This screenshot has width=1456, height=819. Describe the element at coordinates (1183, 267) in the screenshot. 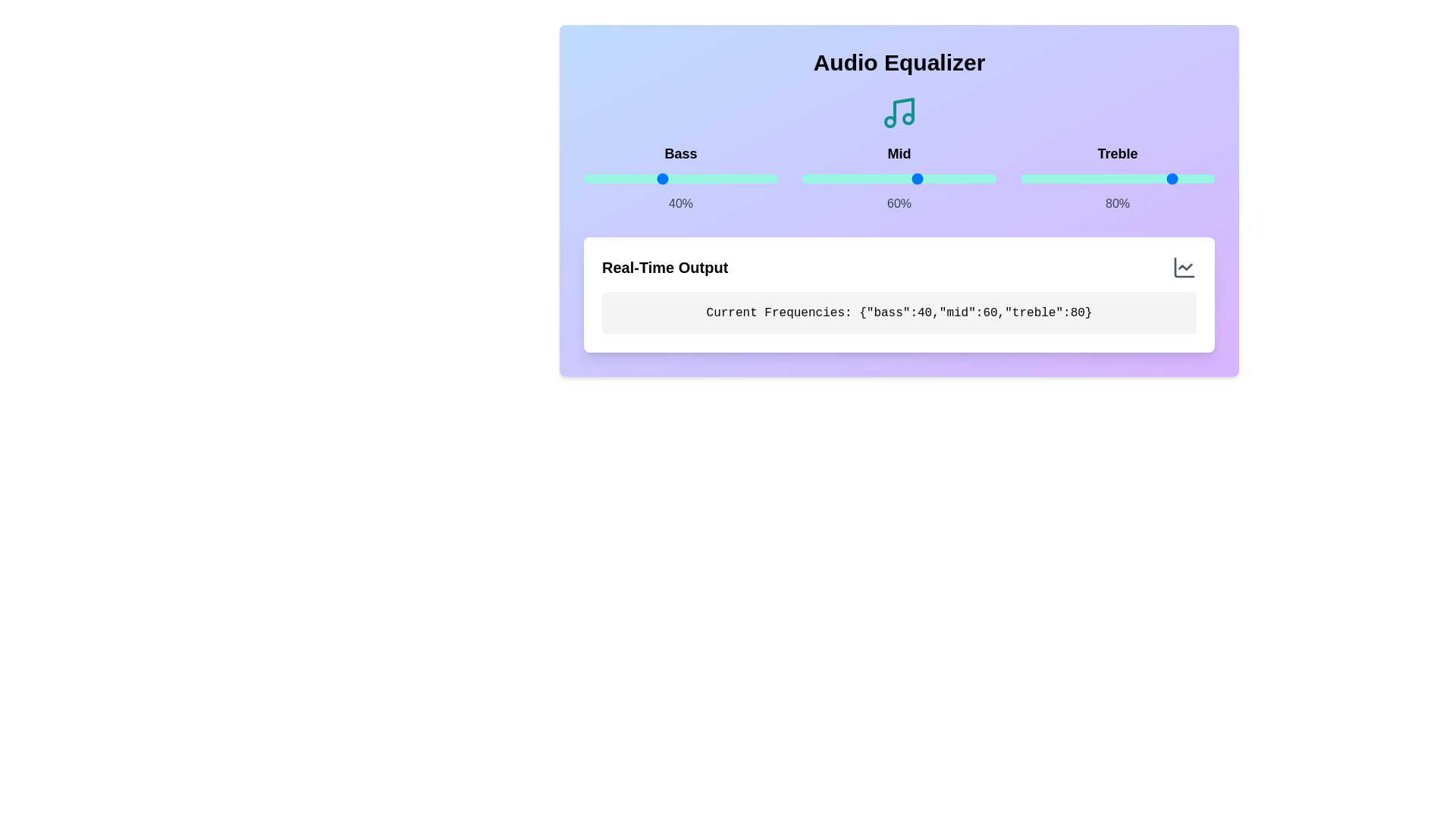

I see `the line chart icon located near the top-right area of the 'Real-Time Output' content box` at that location.